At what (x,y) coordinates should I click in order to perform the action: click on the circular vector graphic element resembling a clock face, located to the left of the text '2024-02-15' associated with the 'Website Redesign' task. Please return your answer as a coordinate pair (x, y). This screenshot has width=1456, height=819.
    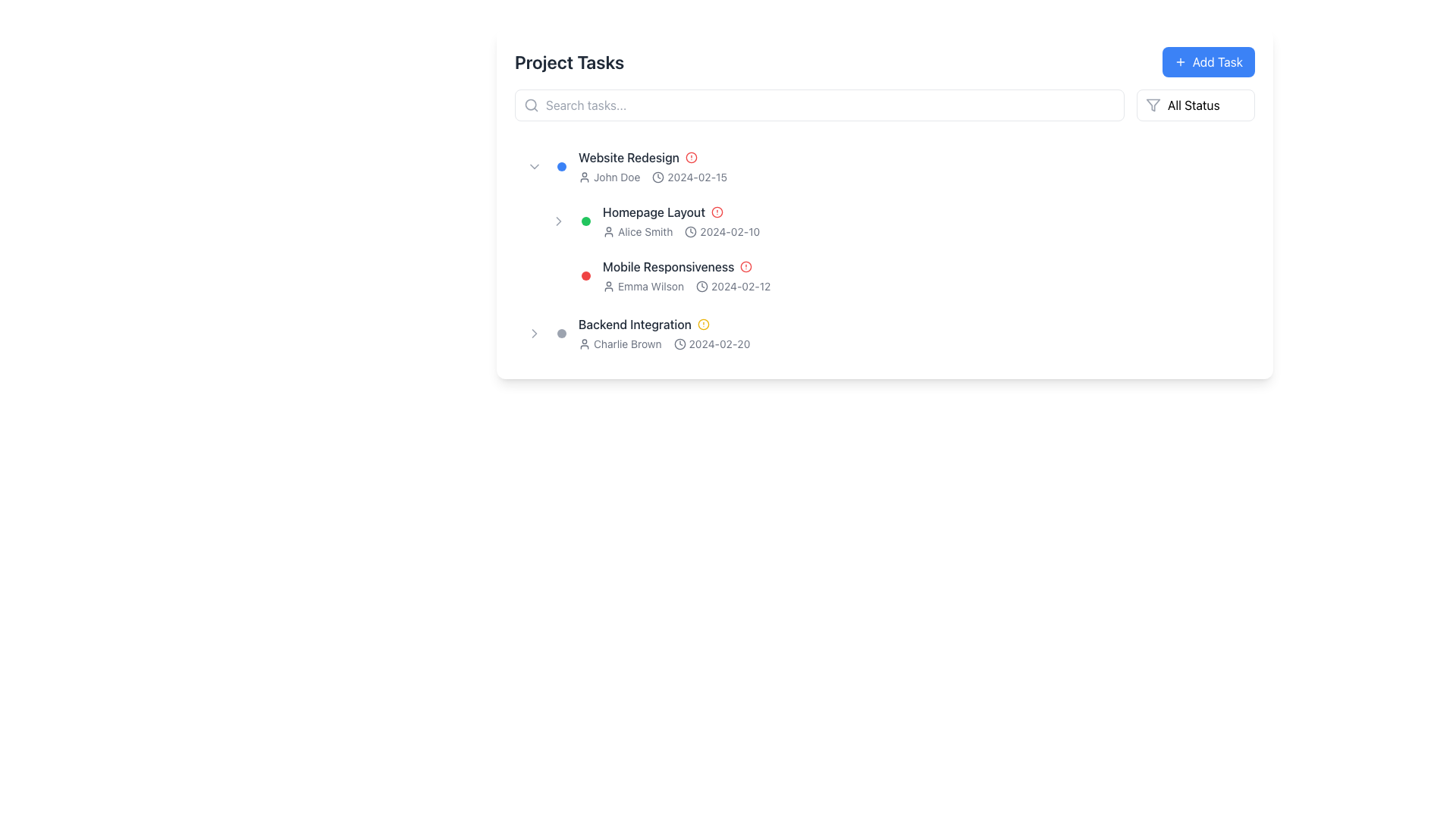
    Looking at the image, I should click on (658, 177).